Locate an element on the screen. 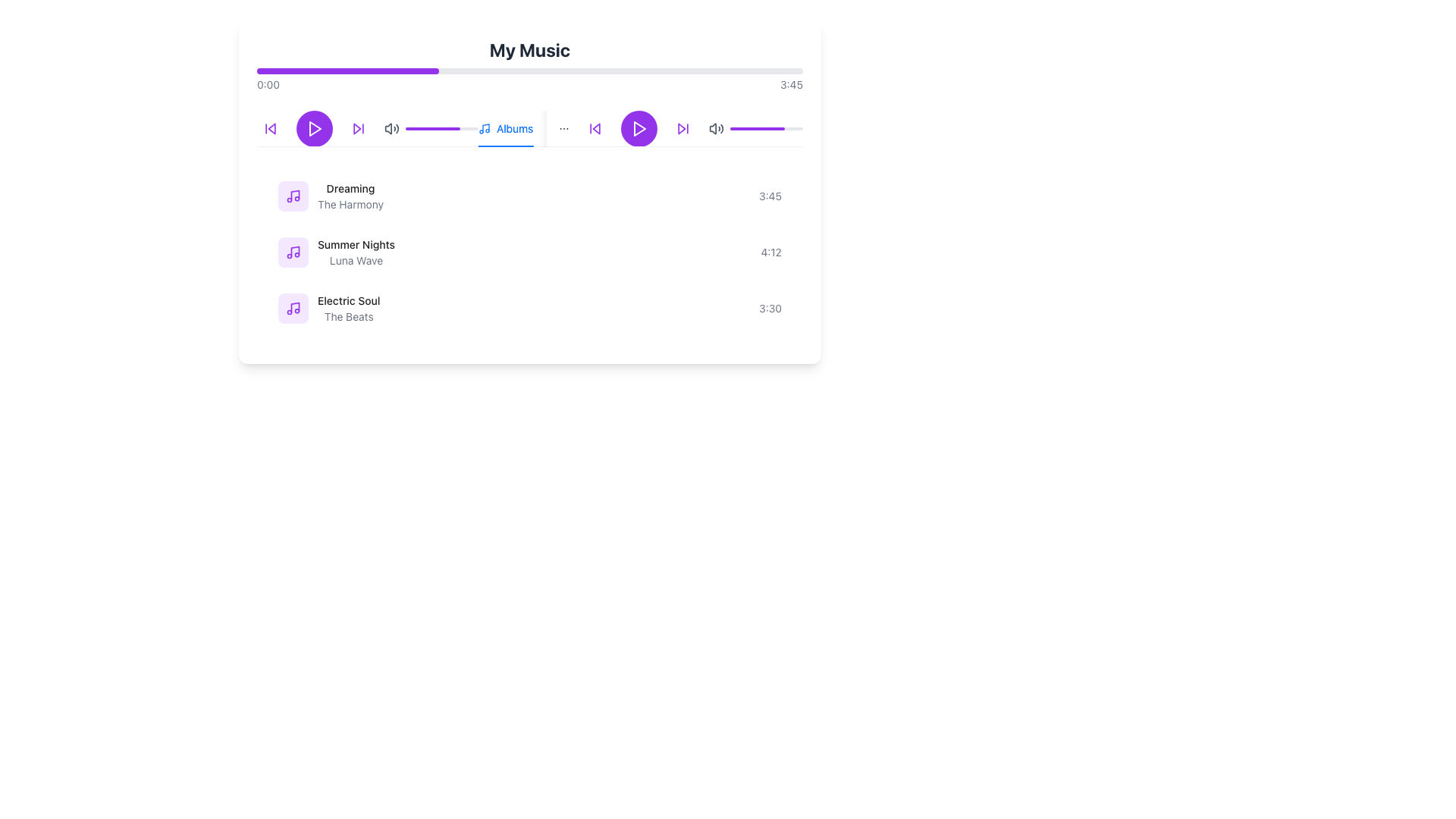  playback position is located at coordinates (456, 127).